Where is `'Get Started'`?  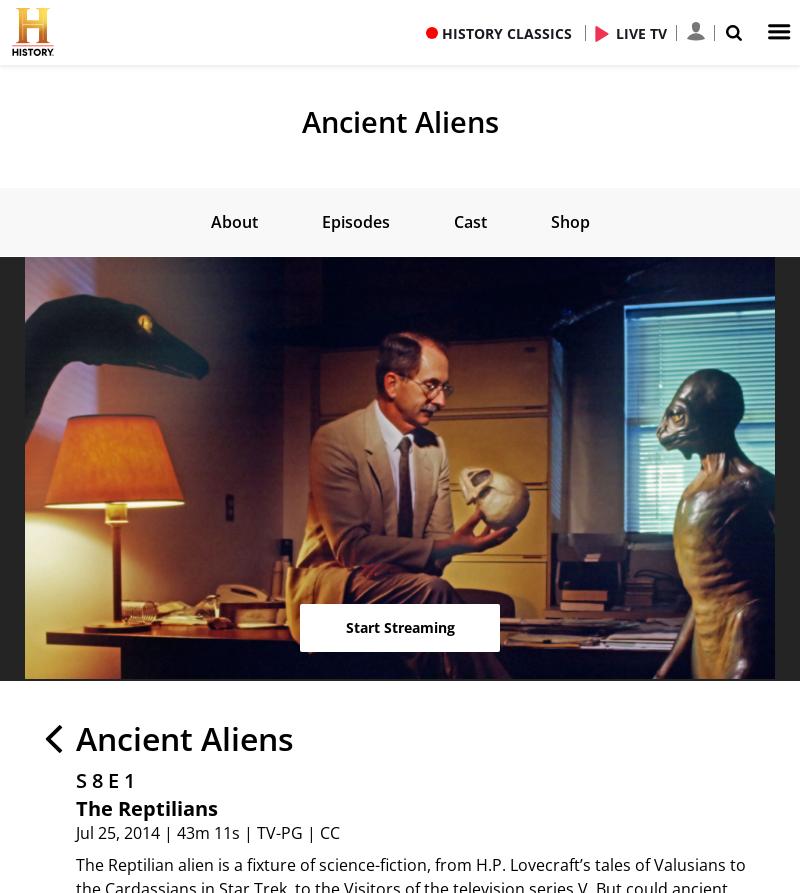
'Get Started' is located at coordinates (400, 354).